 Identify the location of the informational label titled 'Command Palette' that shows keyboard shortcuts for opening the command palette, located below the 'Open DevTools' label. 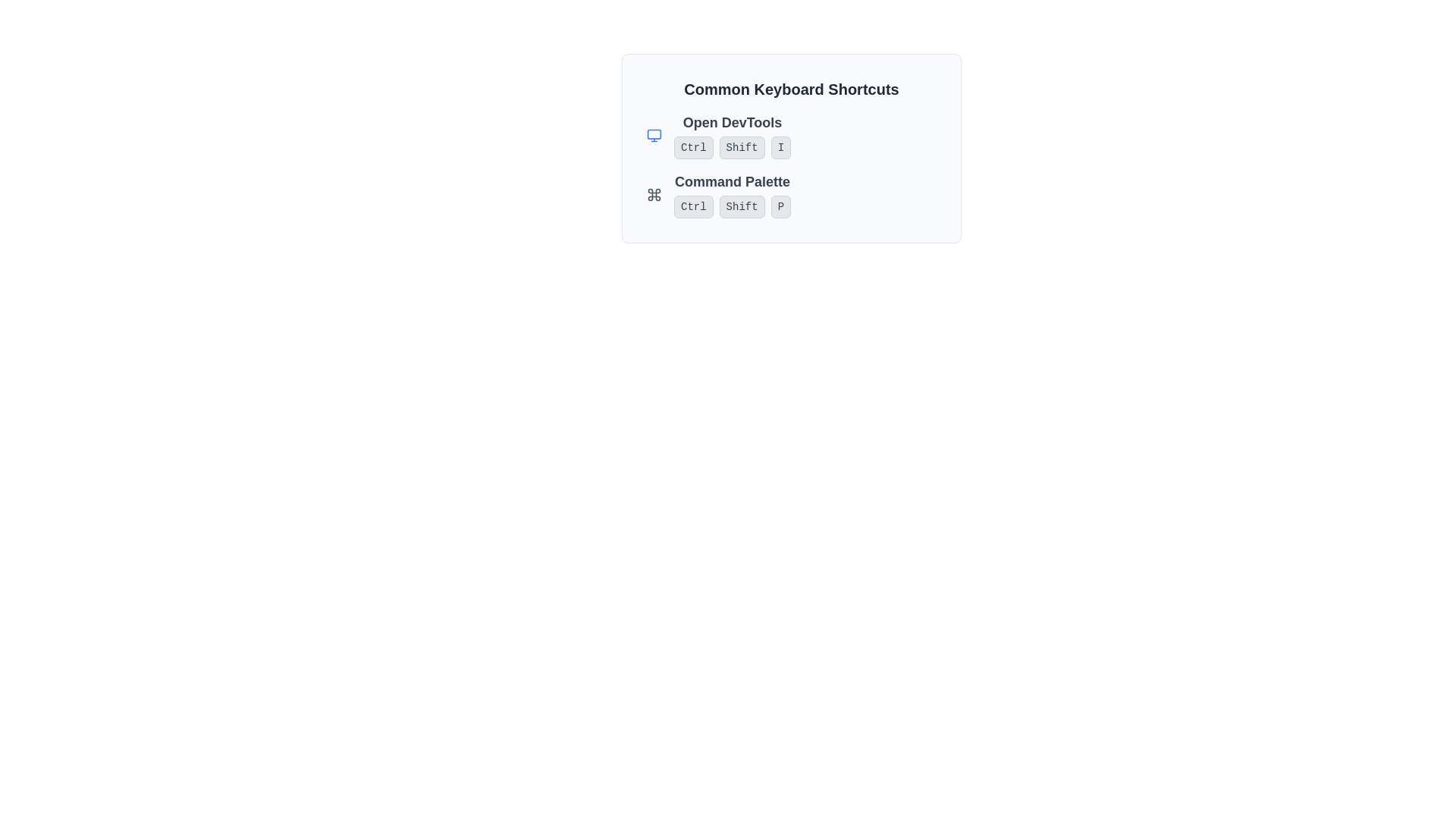
(732, 194).